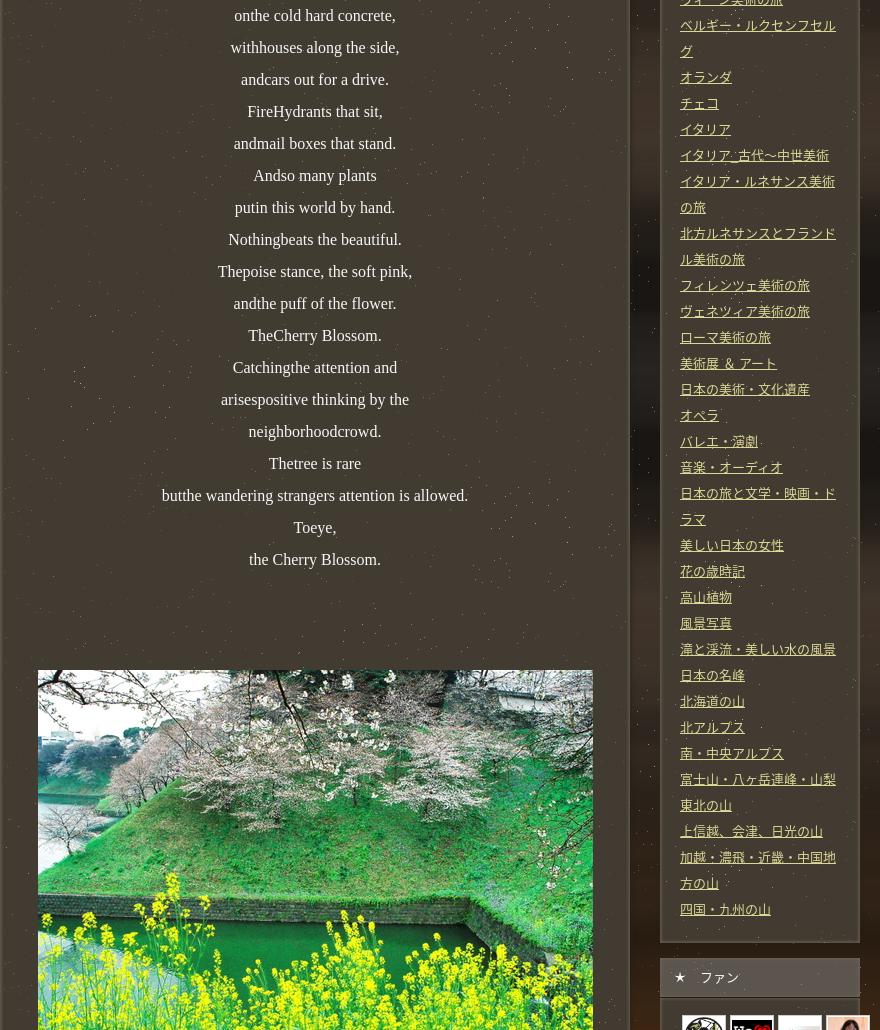 This screenshot has height=1030, width=880. What do you see at coordinates (313, 14) in the screenshot?
I see `'onthe cold hard concrete,'` at bounding box center [313, 14].